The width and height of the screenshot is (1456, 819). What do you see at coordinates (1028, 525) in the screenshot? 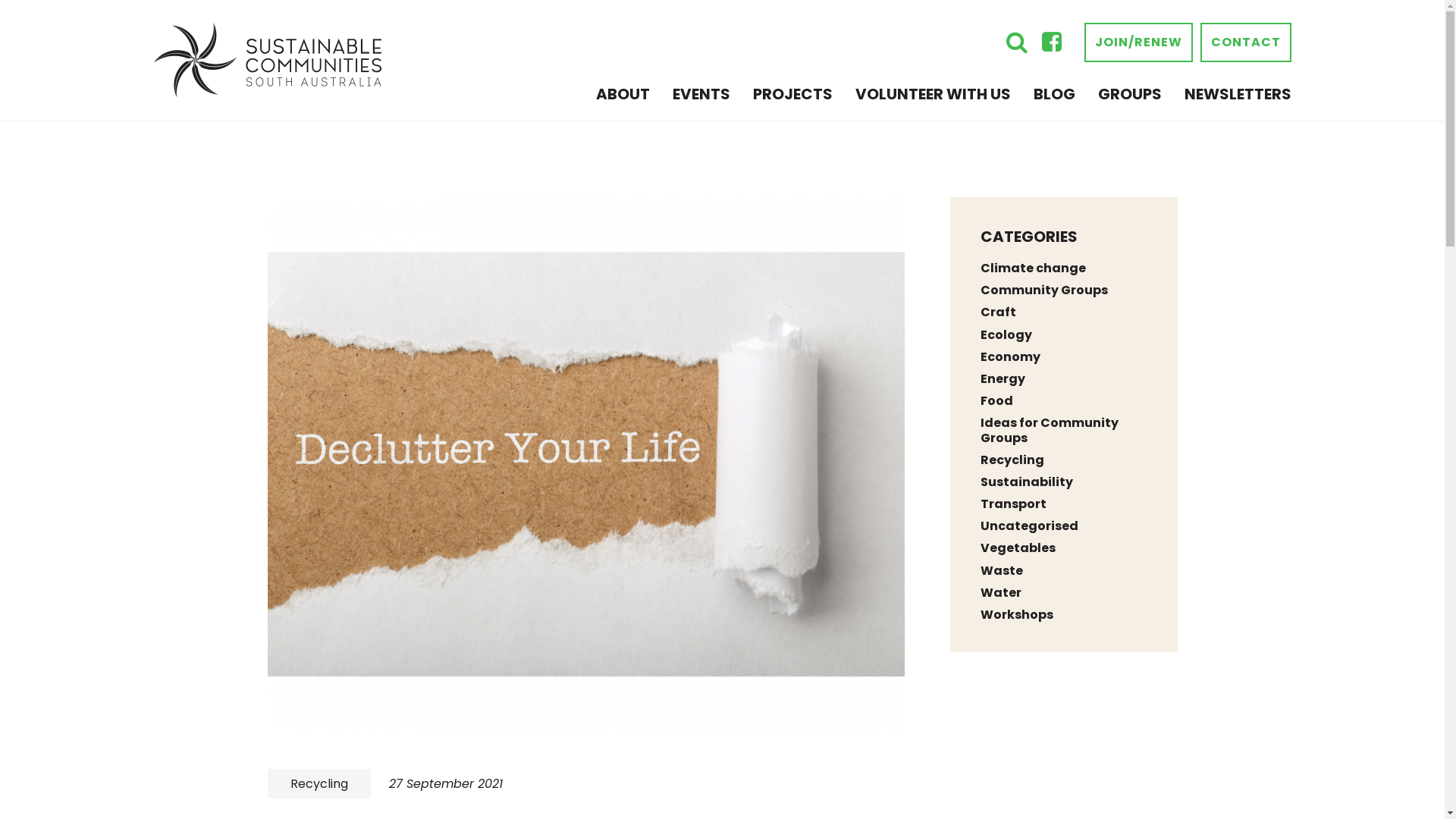
I see `'Uncategorised'` at bounding box center [1028, 525].